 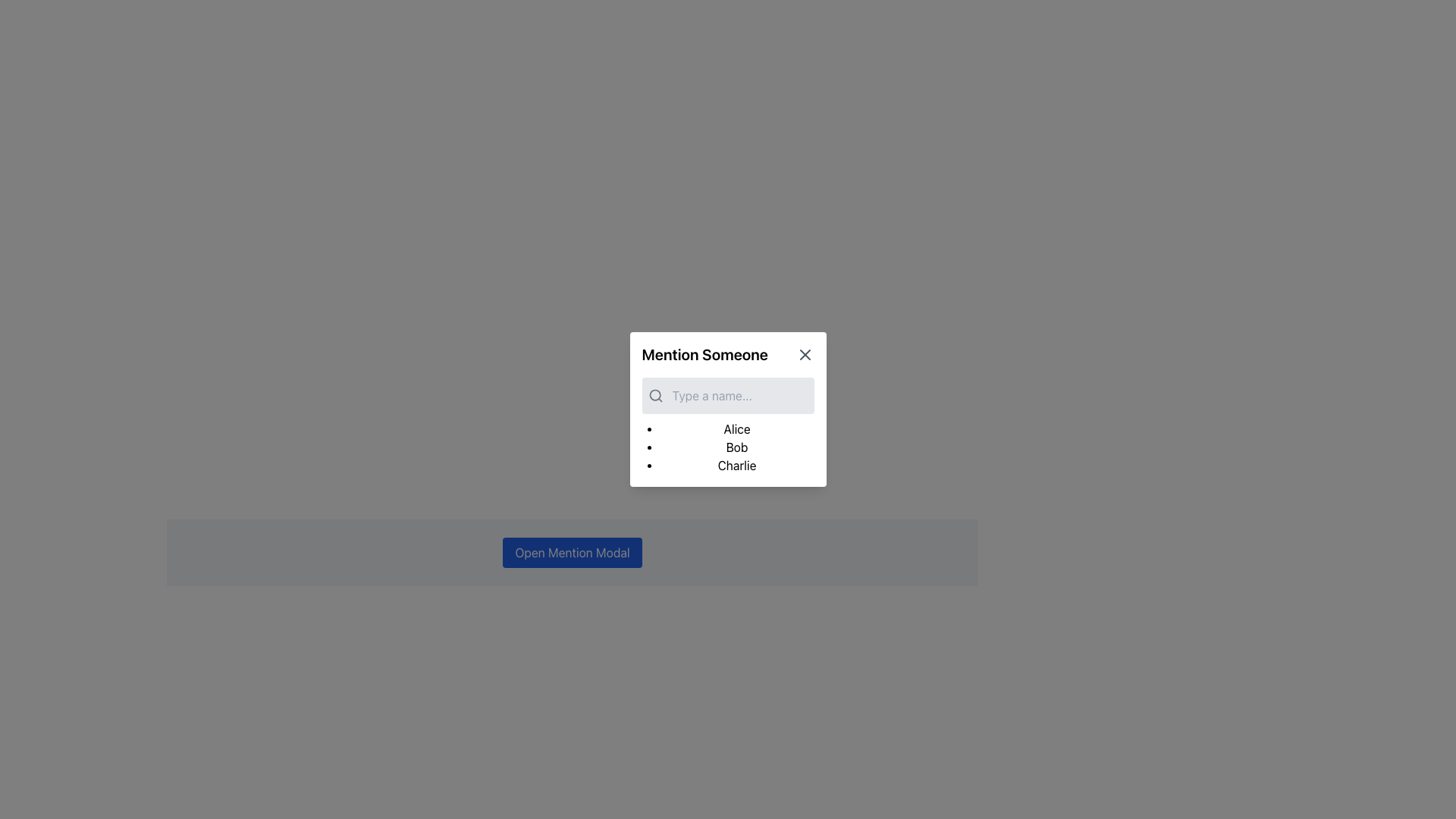 What do you see at coordinates (728, 394) in the screenshot?
I see `the text input field with the placeholder 'Type a name...' located in the 'Mention Someone' modal to focus and start typing` at bounding box center [728, 394].